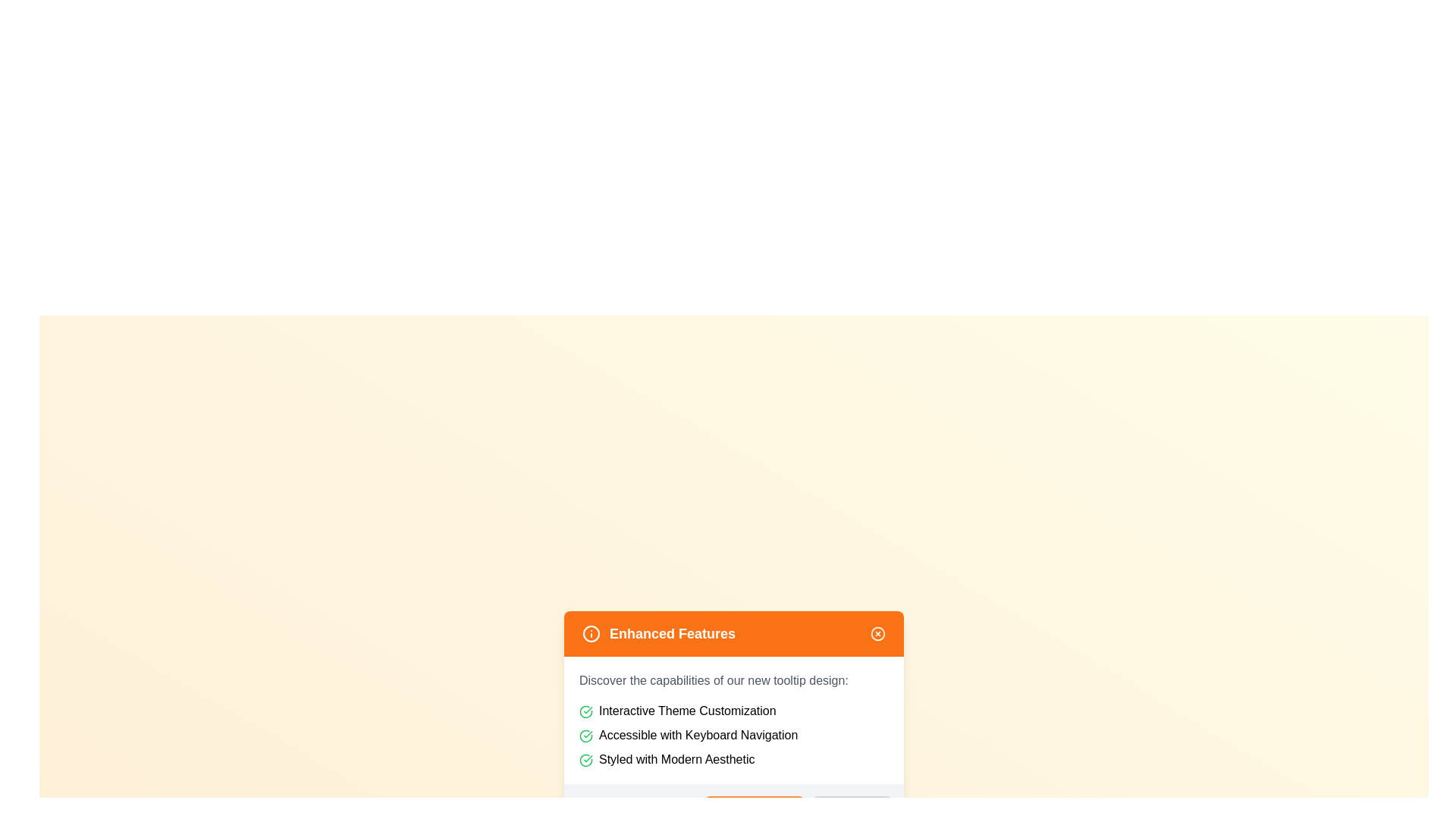 Image resolution: width=1456 pixels, height=819 pixels. Describe the element at coordinates (585, 760) in the screenshot. I see `the green rounded check icon, which serves as a confirmation indicator, located to the left of the text 'Styled with Modern Aesthetic' in the tooltip card titled 'Enhanced Features'` at that location.